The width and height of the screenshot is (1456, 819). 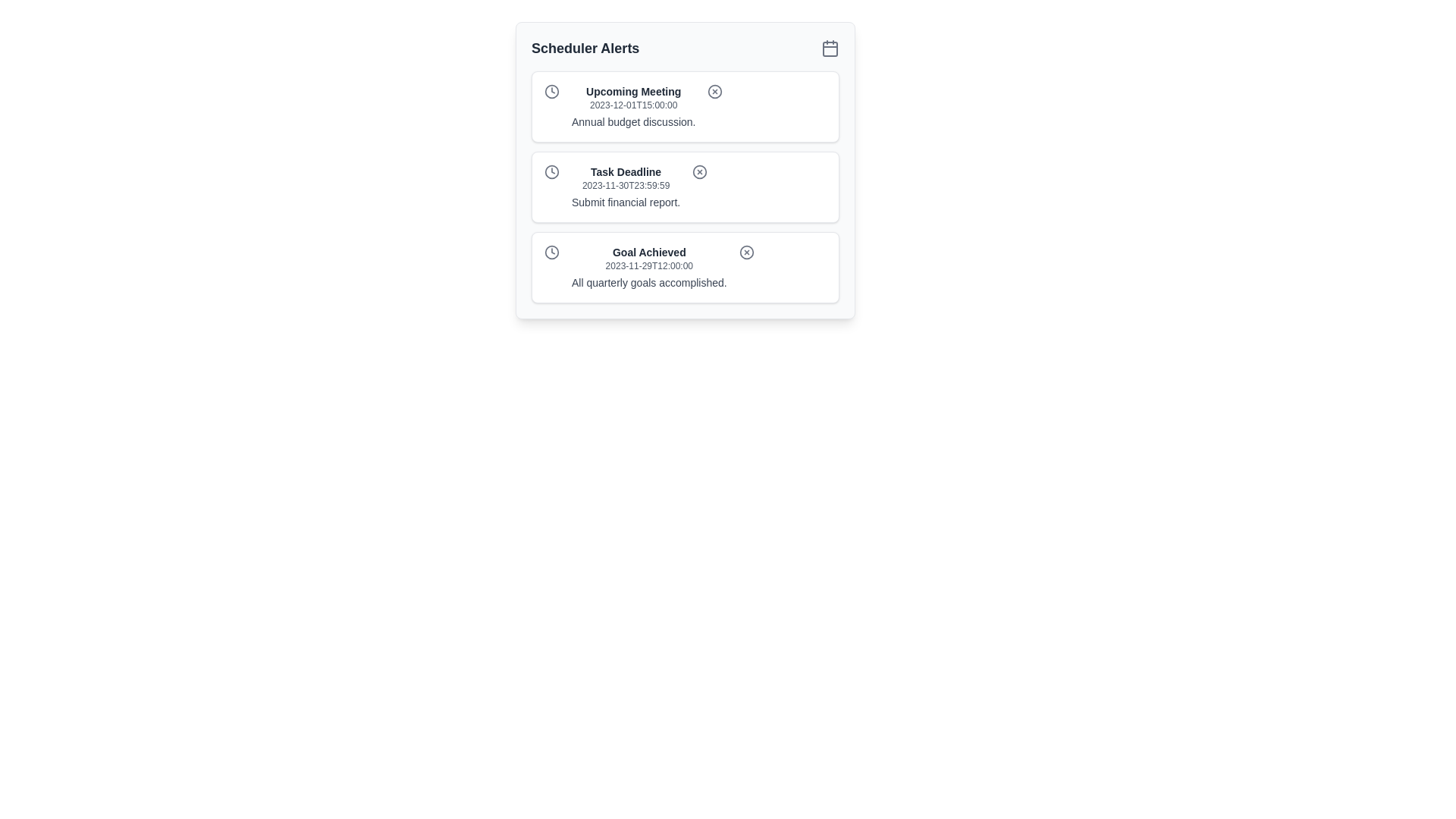 I want to click on the small rounded rectangle located at the center of the calendar icon in the top-right corner of the interface, so click(x=829, y=49).